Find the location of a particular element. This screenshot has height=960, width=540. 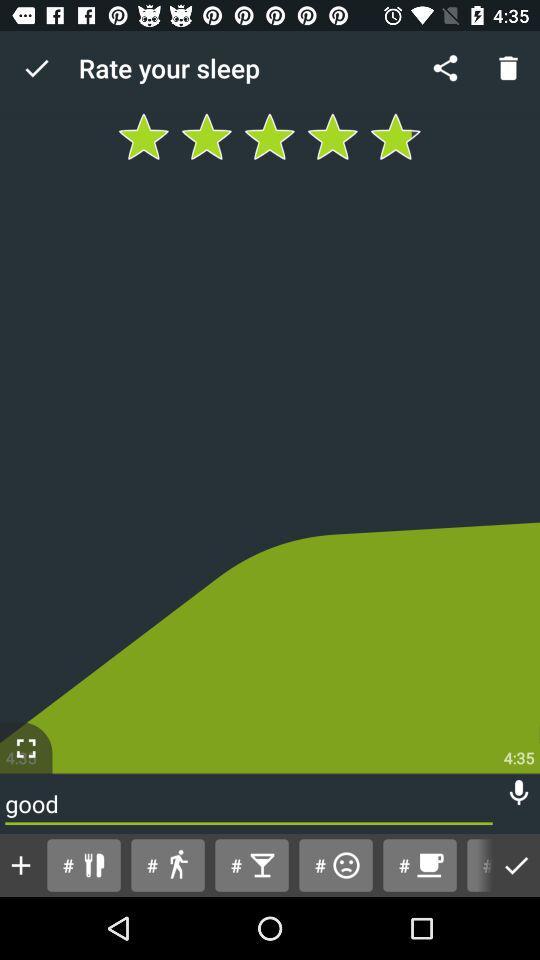

icon to the left of rate your sleep icon is located at coordinates (36, 68).